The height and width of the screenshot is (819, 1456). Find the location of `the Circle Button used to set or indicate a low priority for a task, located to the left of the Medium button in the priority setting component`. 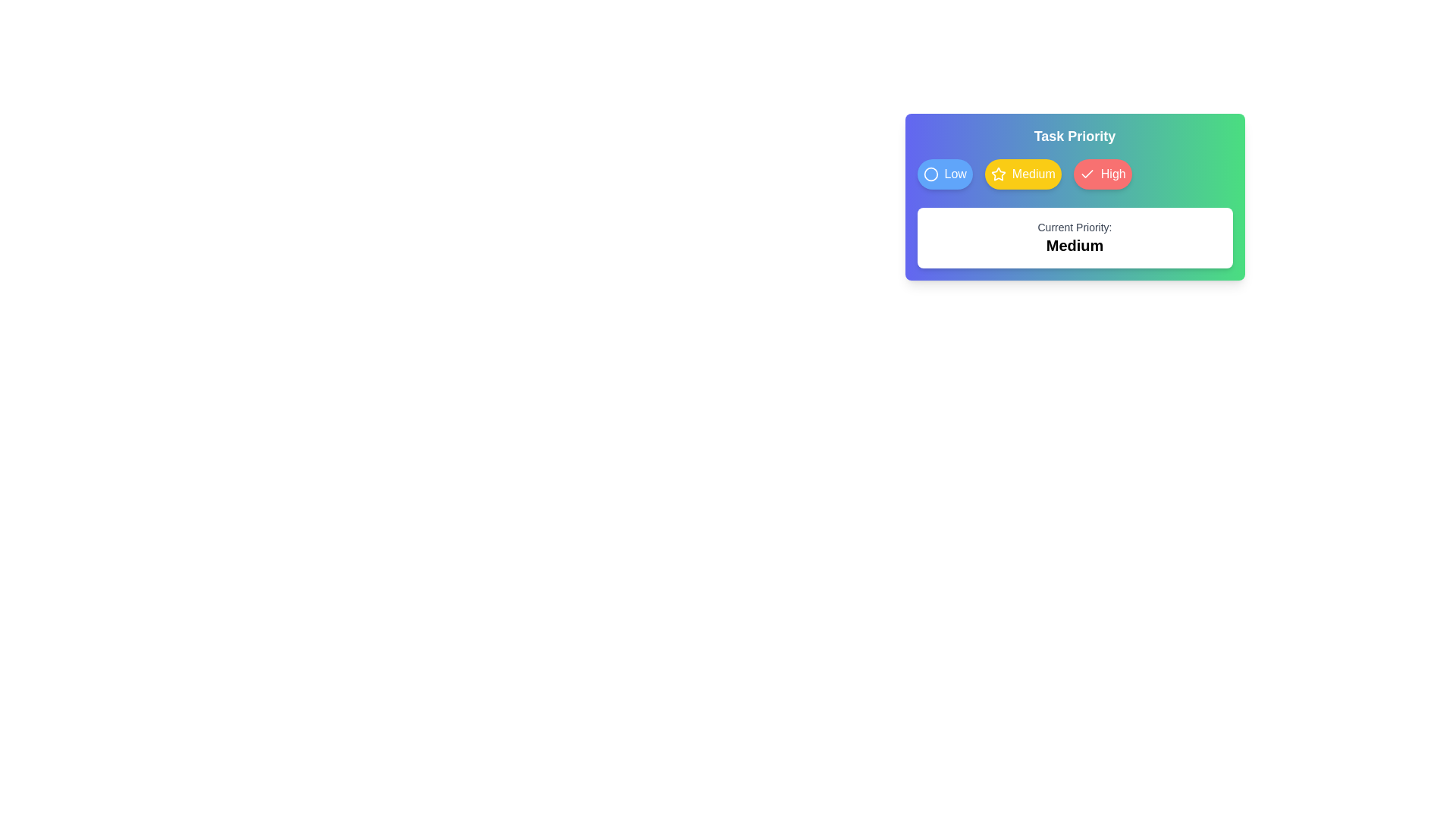

the Circle Button used to set or indicate a low priority for a task, located to the left of the Medium button in the priority setting component is located at coordinates (944, 174).